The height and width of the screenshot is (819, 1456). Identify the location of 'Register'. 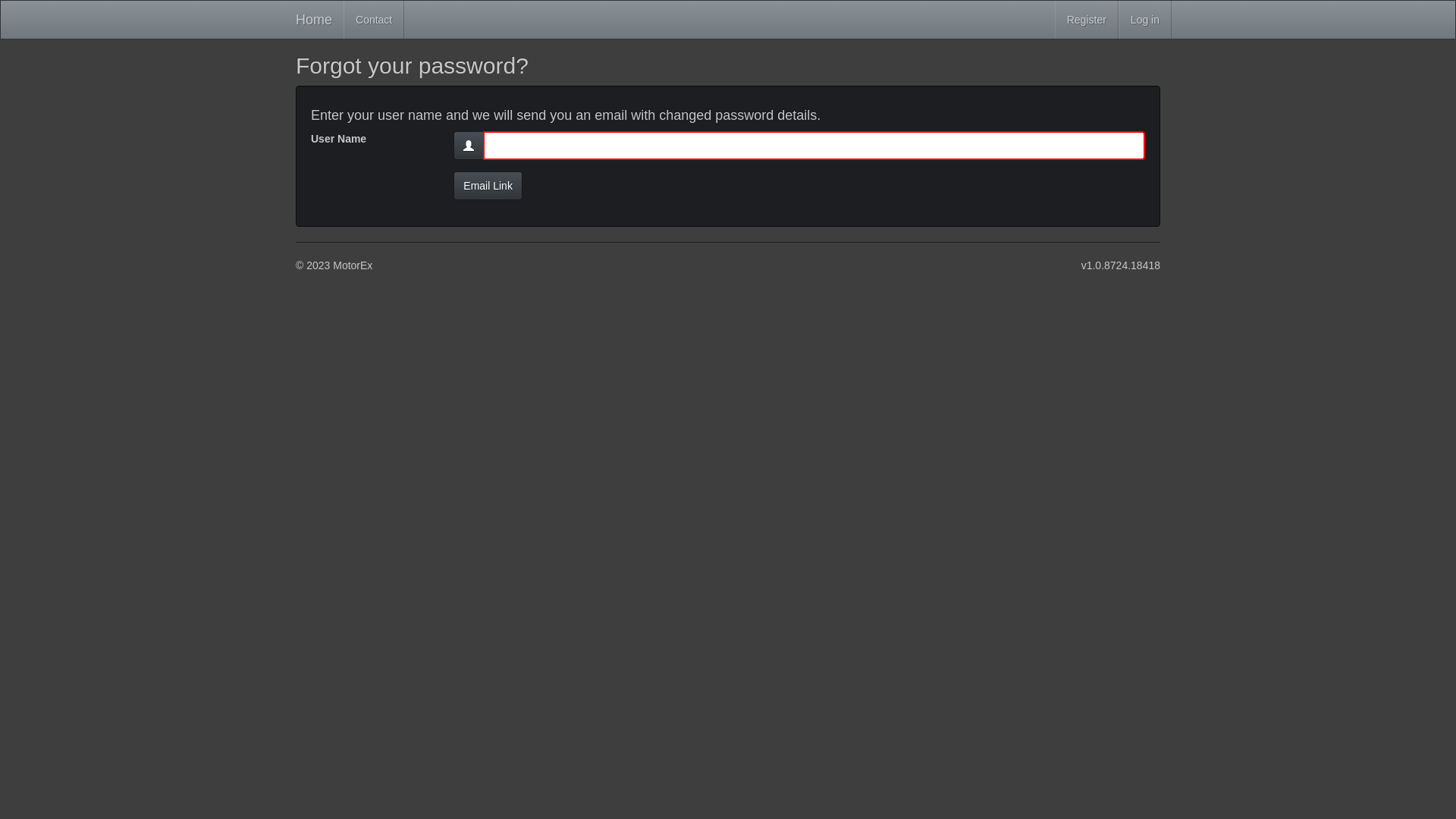
(1086, 20).